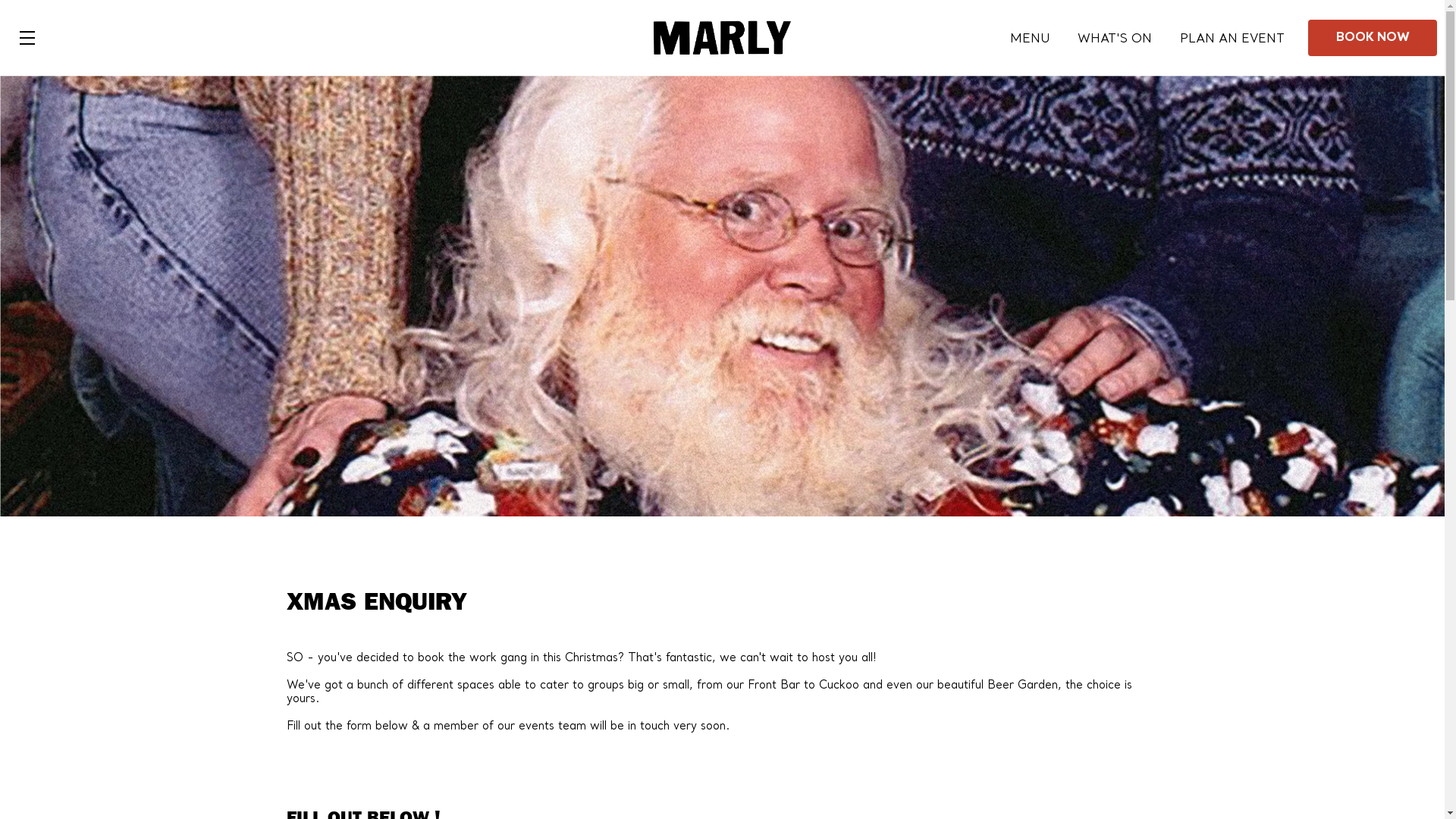 The height and width of the screenshot is (819, 1456). I want to click on 'MENU', so click(1030, 38).